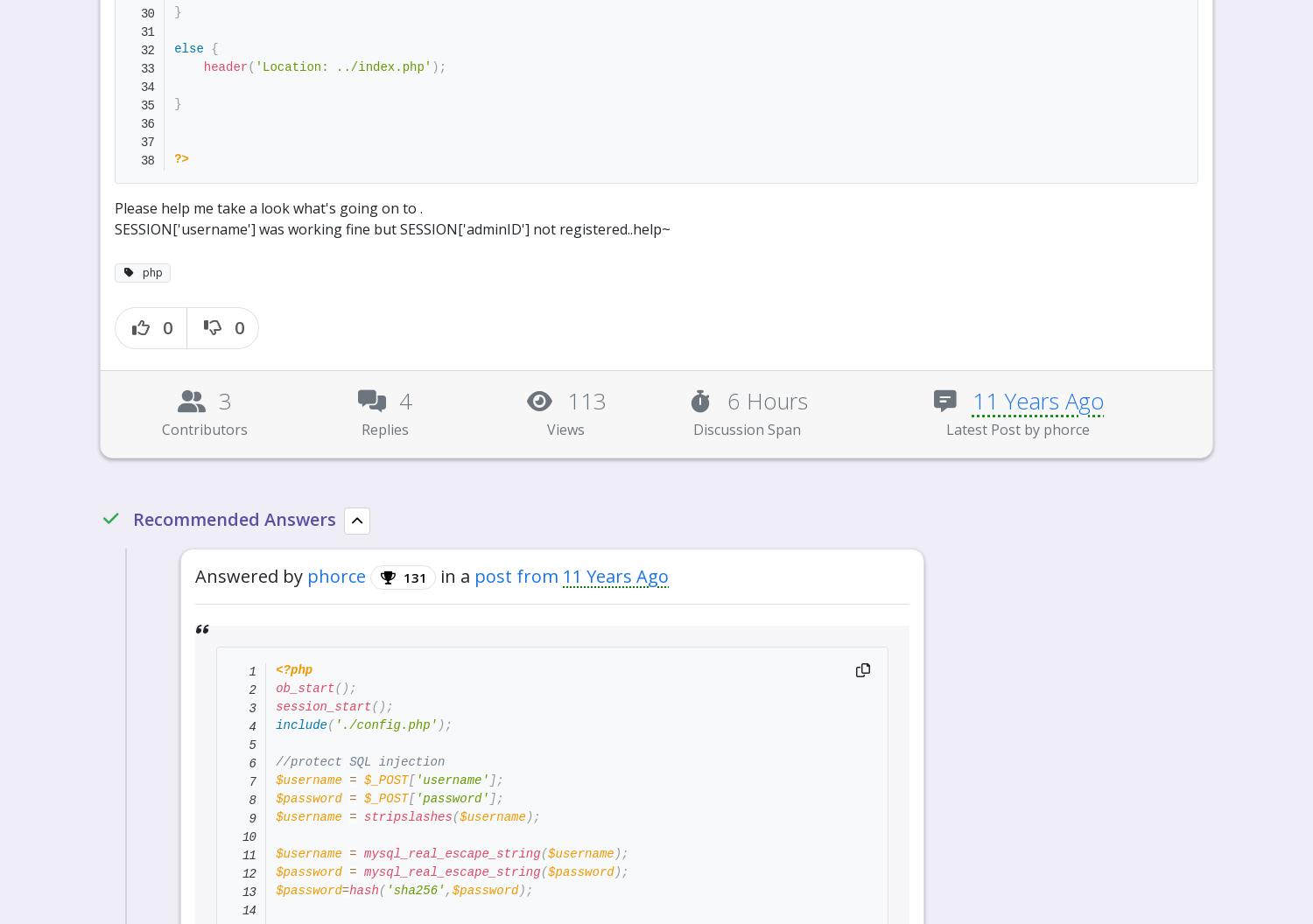  What do you see at coordinates (492, 736) in the screenshot?
I see `'We're a friendly, industry-focused community of developers, IT pros, digital marketers,
and technology enthusiasts meeting, networking, learning, and sharing knowledge.'` at bounding box center [492, 736].